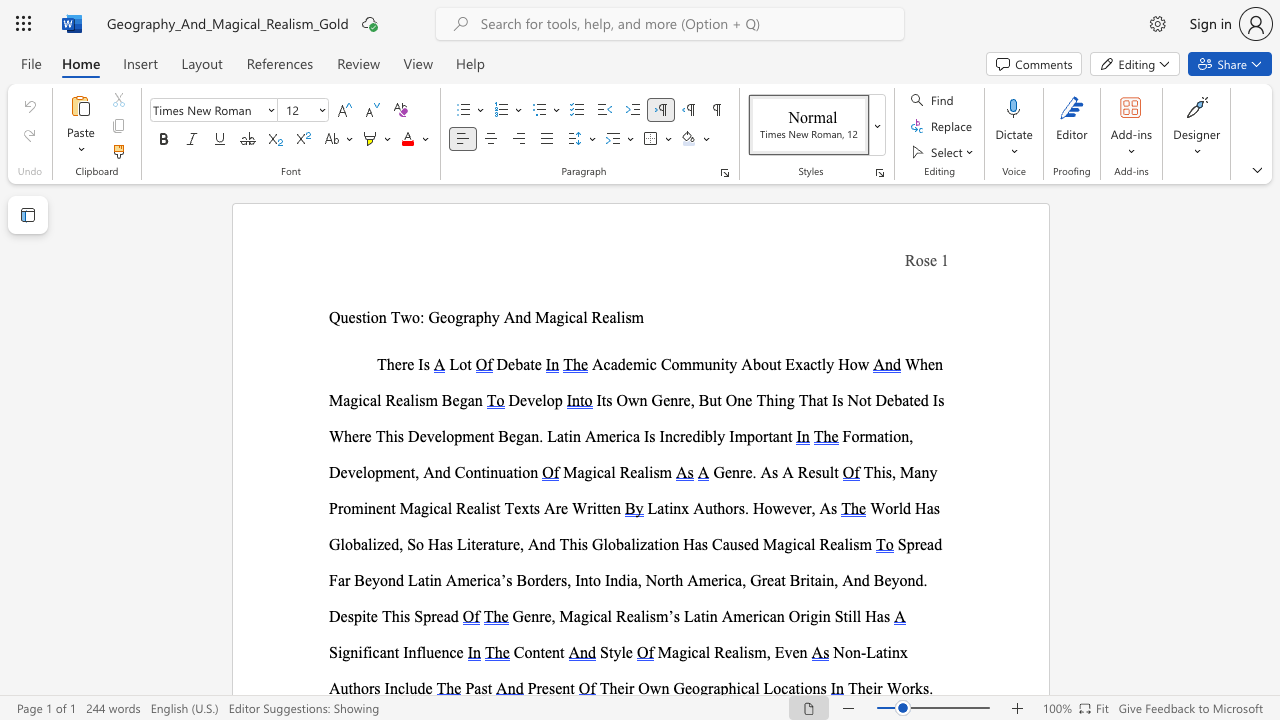  I want to click on the subset text "s Own Genre, But One Thing That Is Not Debated Is Where This Develo" within the text "Its Own Genre, But One Thing That Is Not Debated Is Where This Development Began. Latin America Is Incredibly Important", so click(605, 400).